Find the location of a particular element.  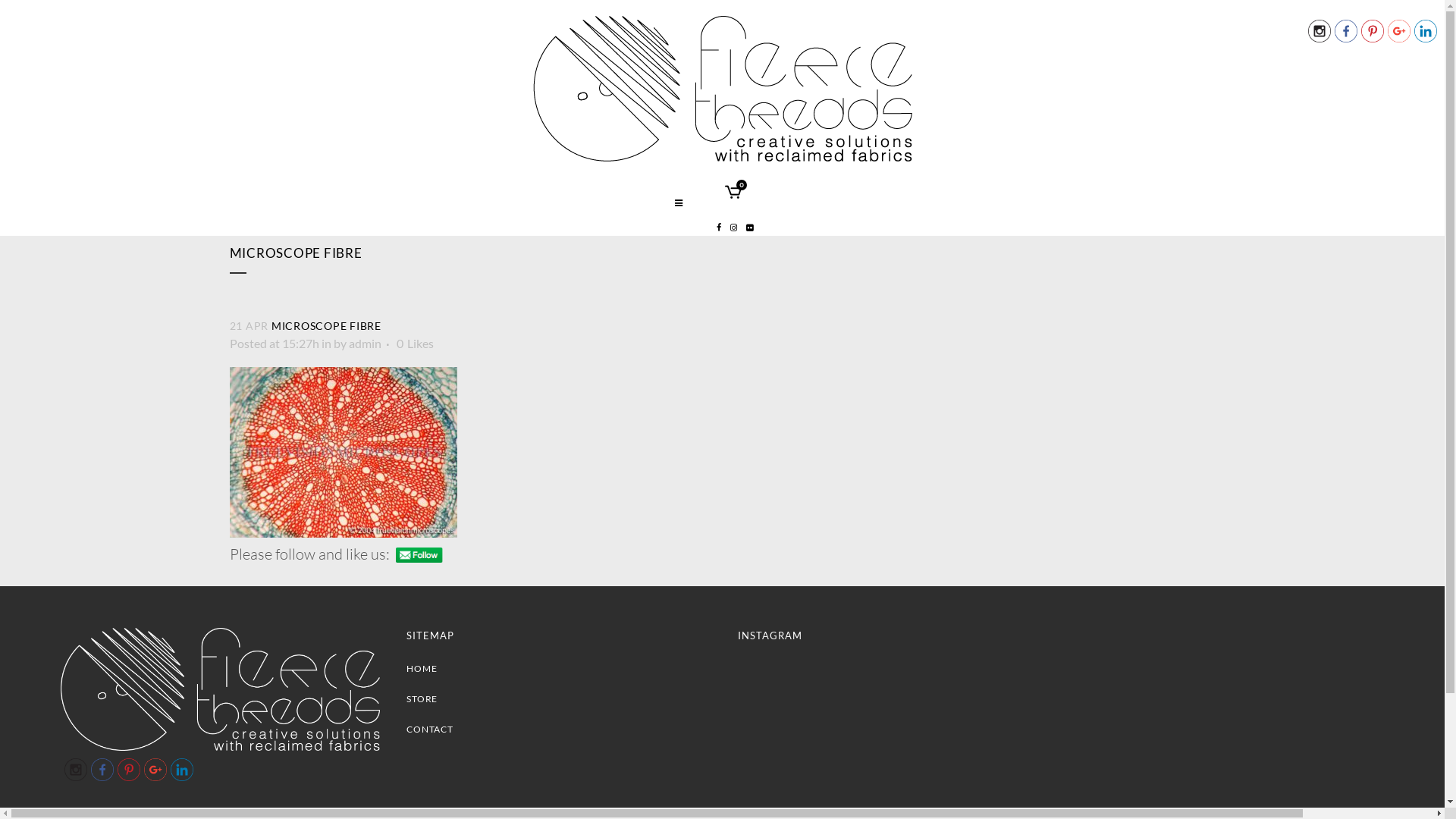

'STORE' is located at coordinates (560, 698).